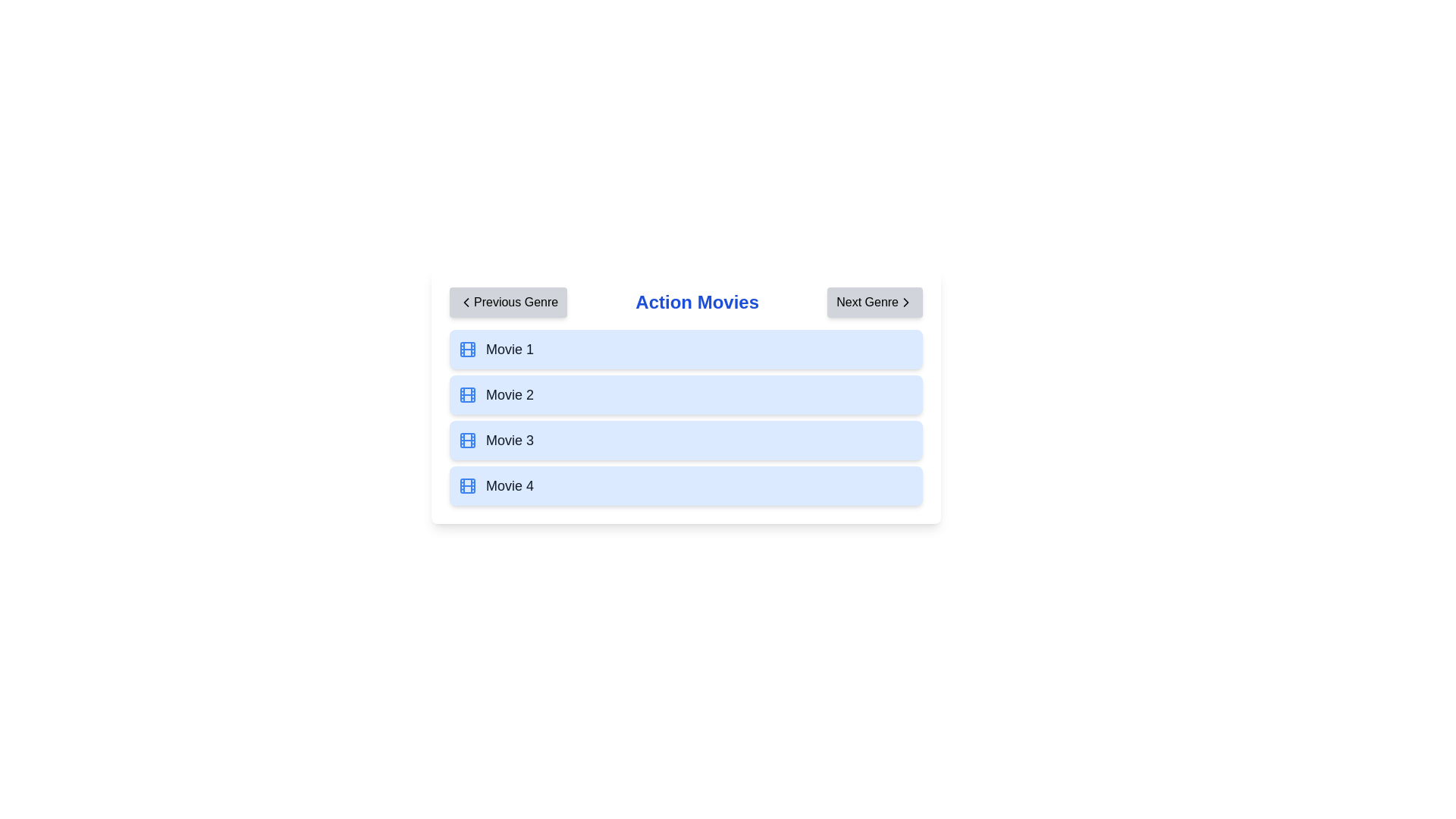 The image size is (1456, 819). Describe the element at coordinates (906, 302) in the screenshot. I see `the chevron icon within the 'Next Genre' button located on the top-right corner of the interface, next to the 'Action Movies' heading` at that location.